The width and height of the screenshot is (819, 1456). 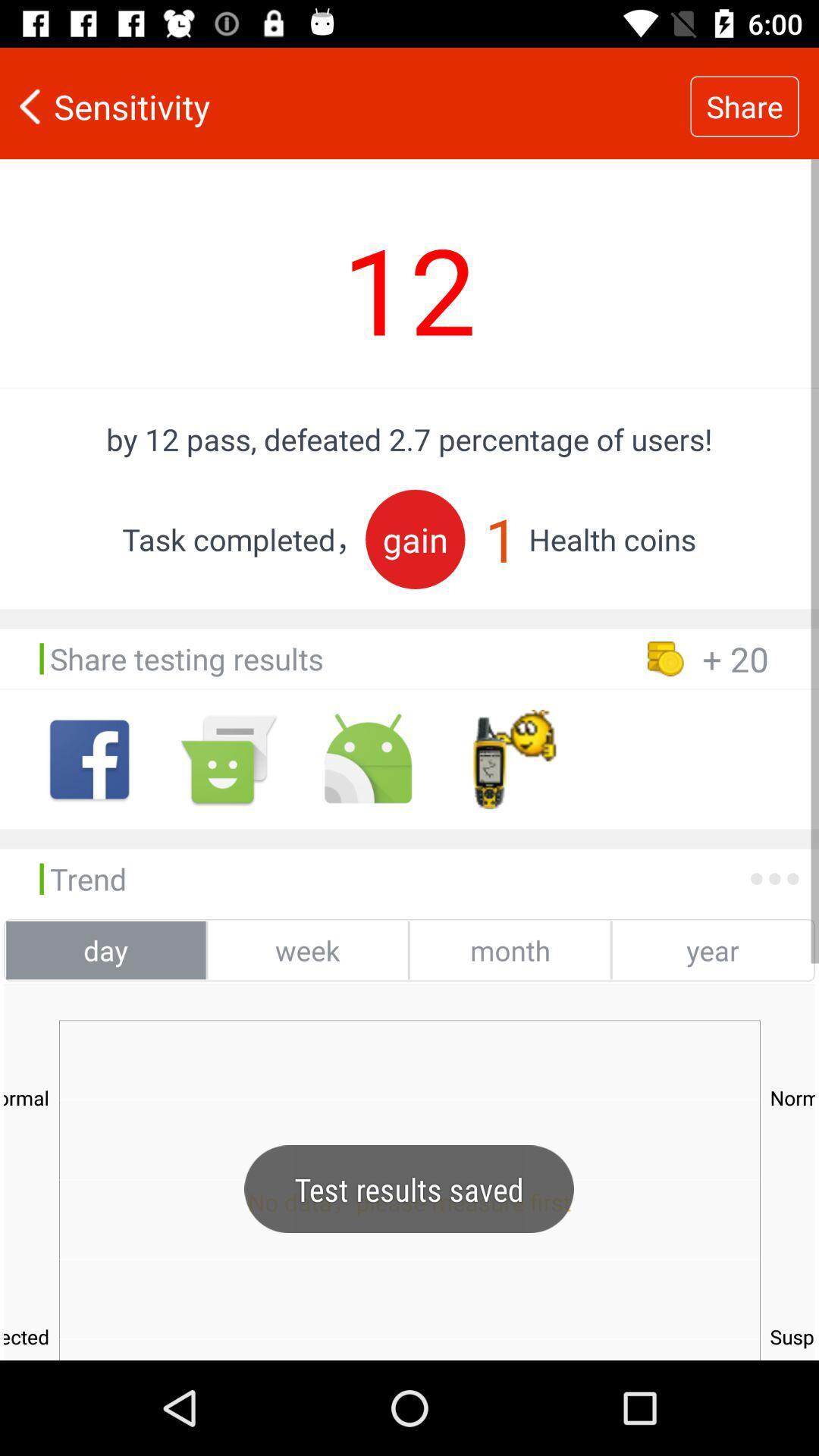 I want to click on facebook app, so click(x=89, y=759).